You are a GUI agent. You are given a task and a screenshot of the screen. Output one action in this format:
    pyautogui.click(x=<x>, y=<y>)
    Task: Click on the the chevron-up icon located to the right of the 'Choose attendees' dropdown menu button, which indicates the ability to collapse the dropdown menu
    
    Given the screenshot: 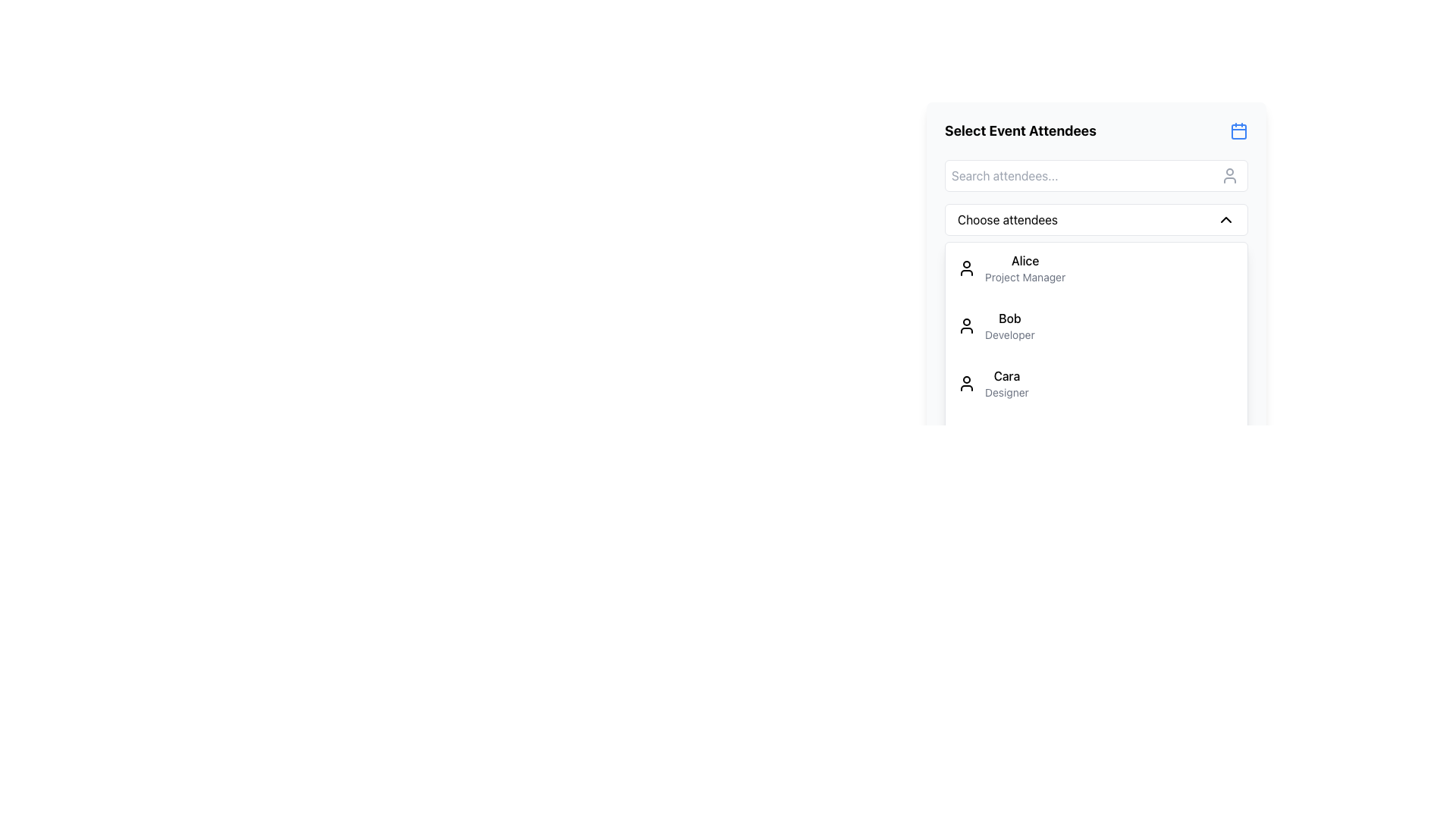 What is the action you would take?
    pyautogui.click(x=1226, y=219)
    